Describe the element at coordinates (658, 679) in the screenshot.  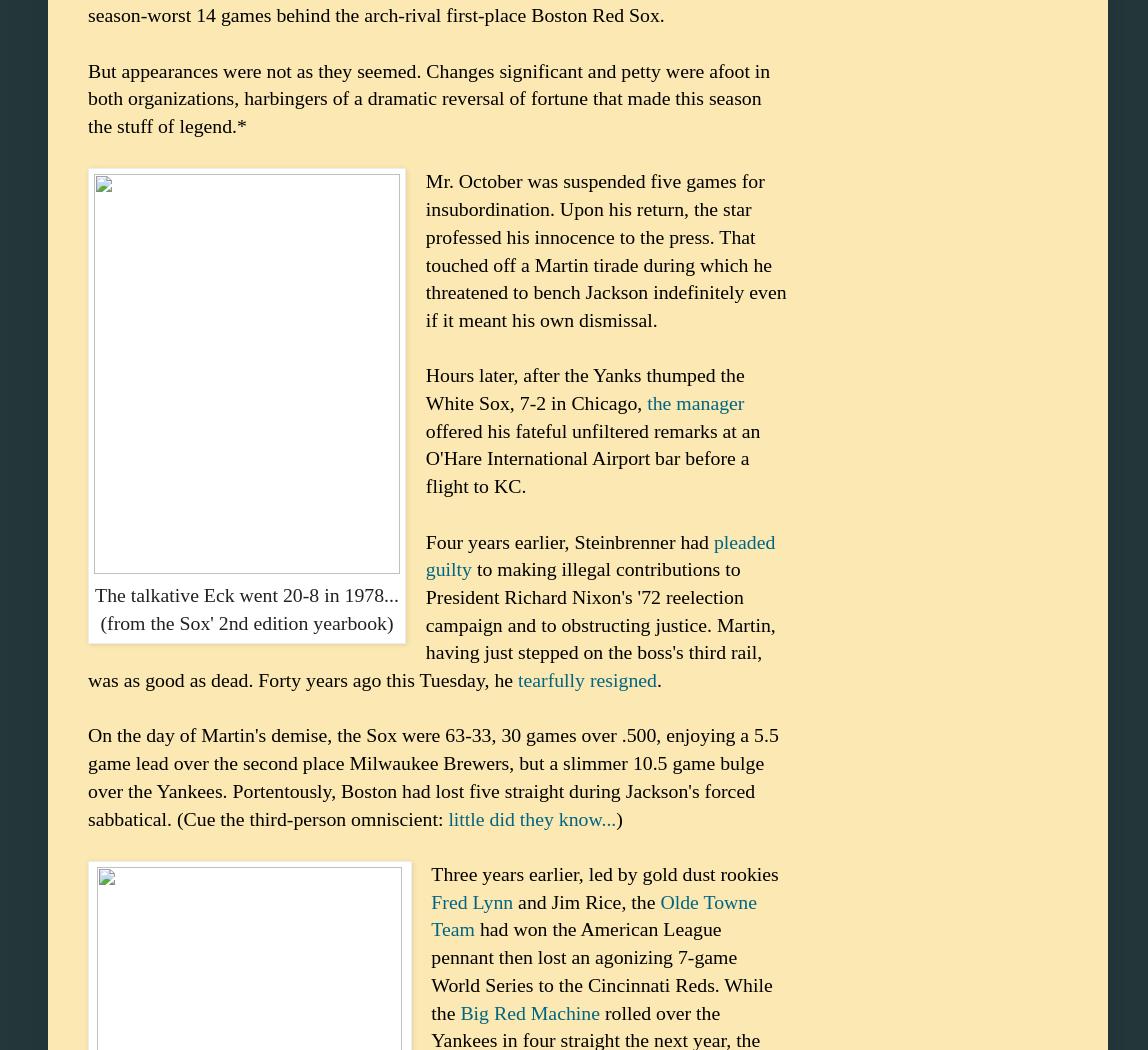
I see `'.'` at that location.